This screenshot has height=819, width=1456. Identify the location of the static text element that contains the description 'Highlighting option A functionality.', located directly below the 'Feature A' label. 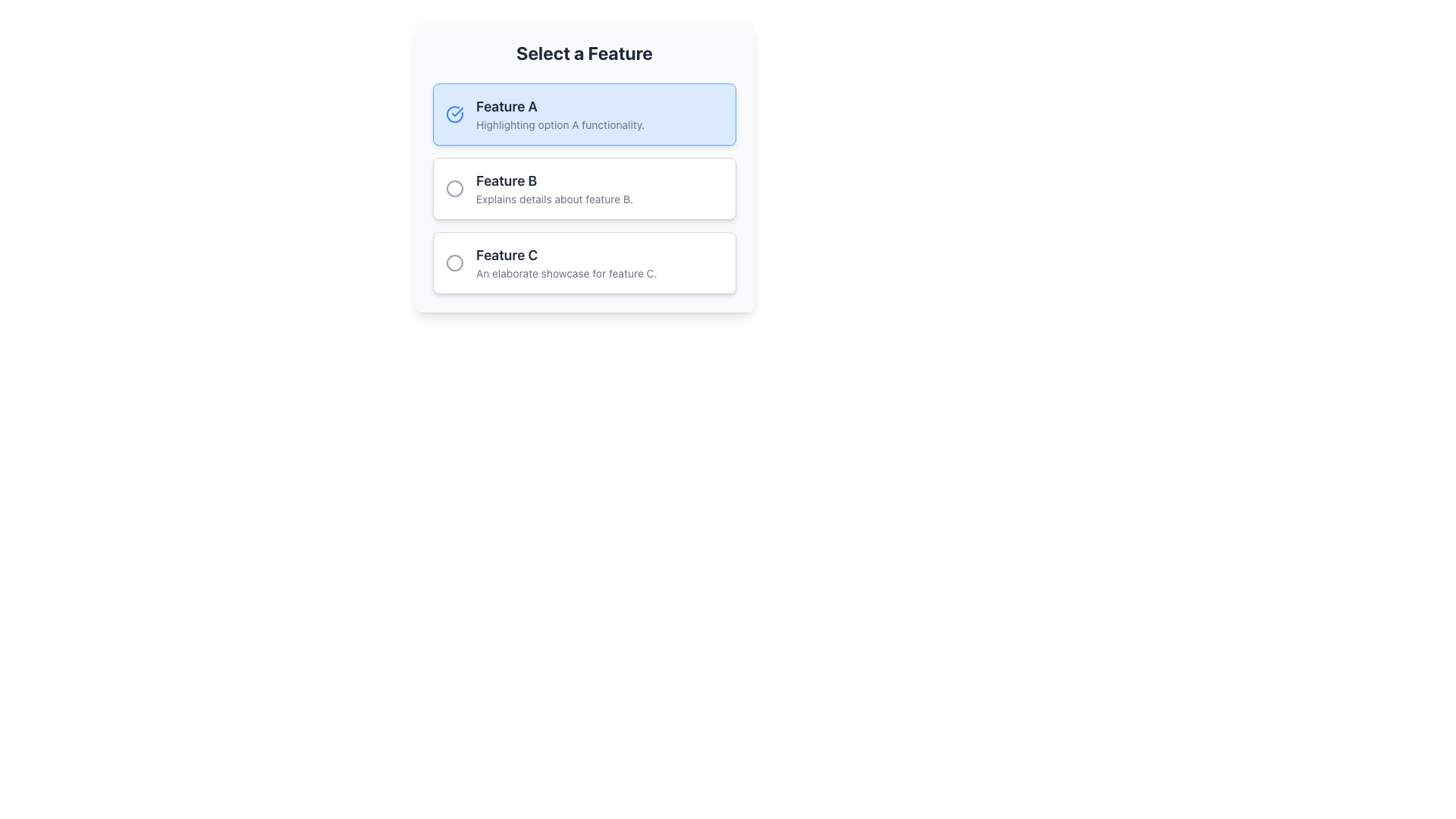
(560, 124).